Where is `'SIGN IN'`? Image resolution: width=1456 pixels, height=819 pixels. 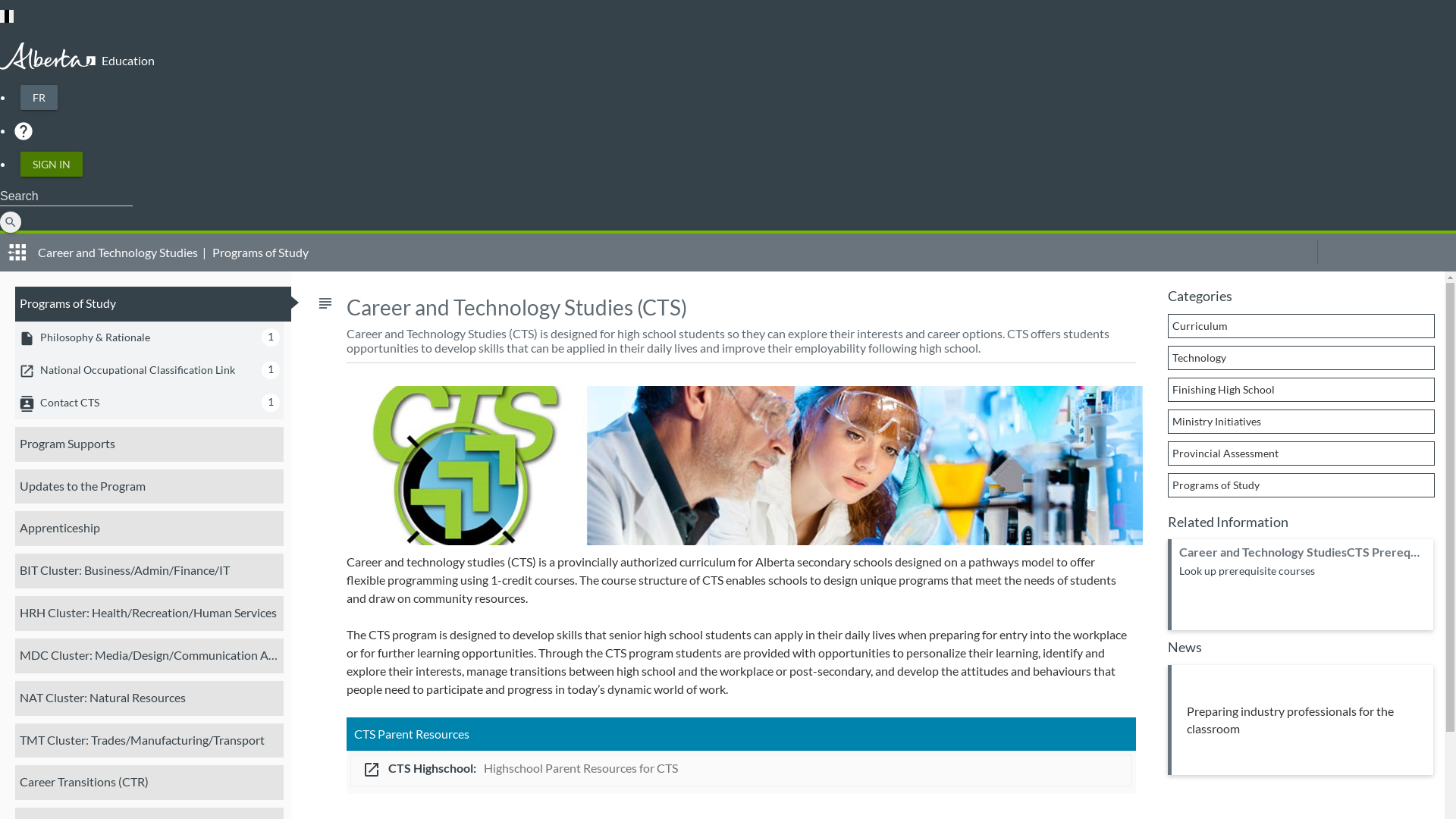 'SIGN IN' is located at coordinates (20, 164).